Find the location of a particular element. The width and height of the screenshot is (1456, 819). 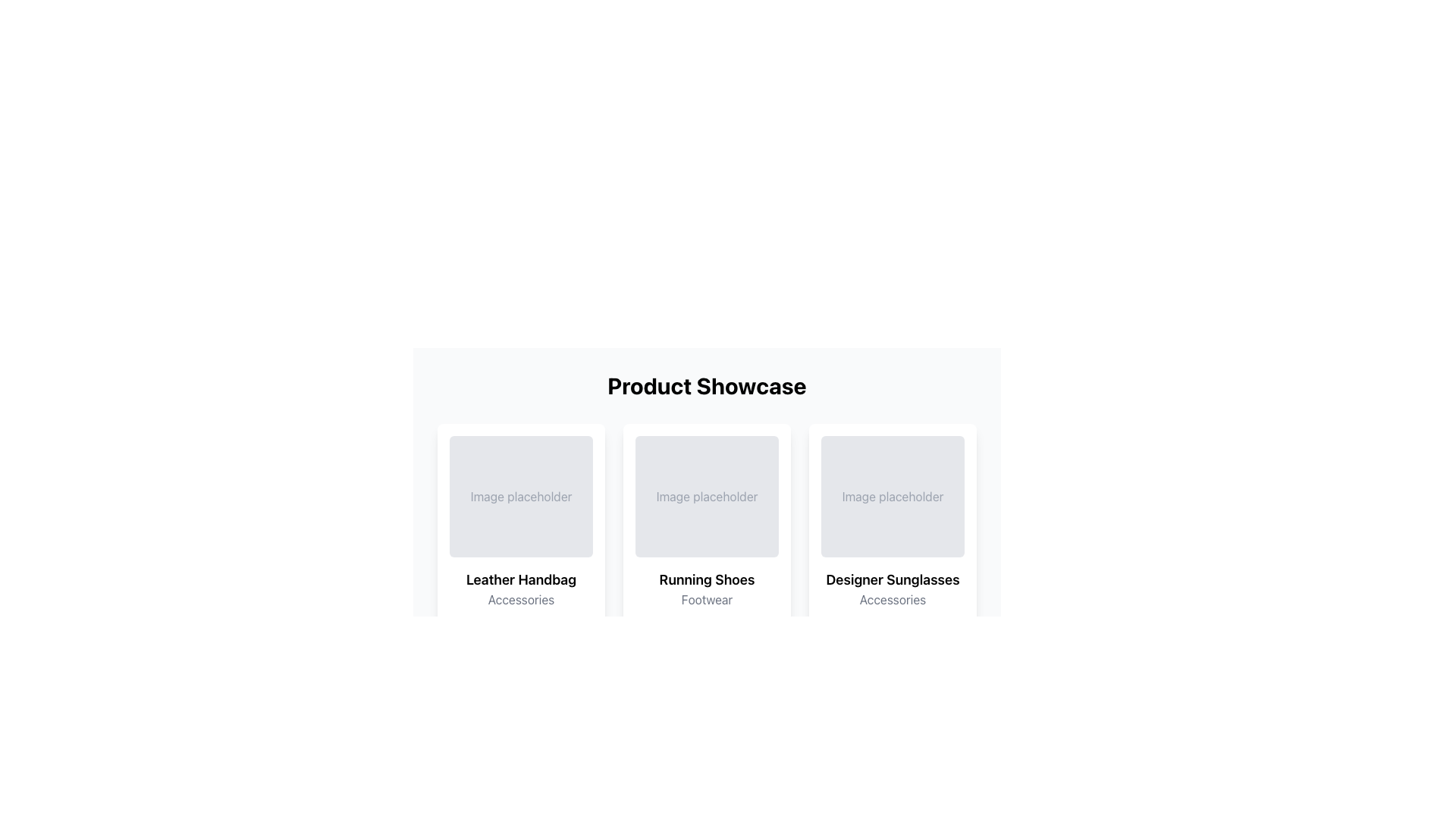

the text label that serves as the title for the product displayed in the associated card, located in the third column of a grid layout, below the 'Image placeholder' area and above the 'Accessories' label is located at coordinates (893, 579).